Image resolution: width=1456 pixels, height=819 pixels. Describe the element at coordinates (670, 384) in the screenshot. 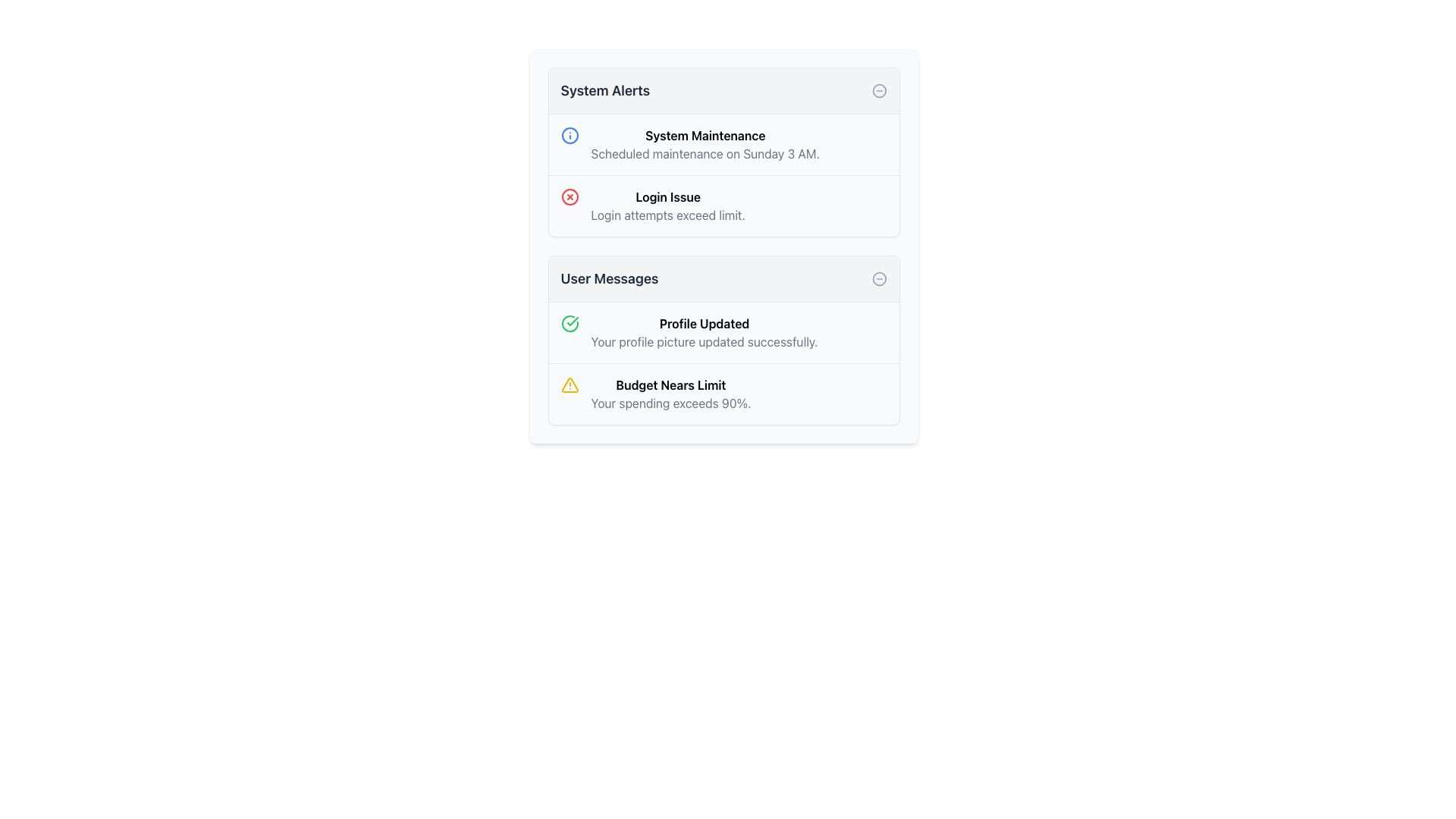

I see `the text label that serves as the title or heading for the notification, located under the 'User Messages' section and above the text 'Your spending exceeds 90%'` at that location.